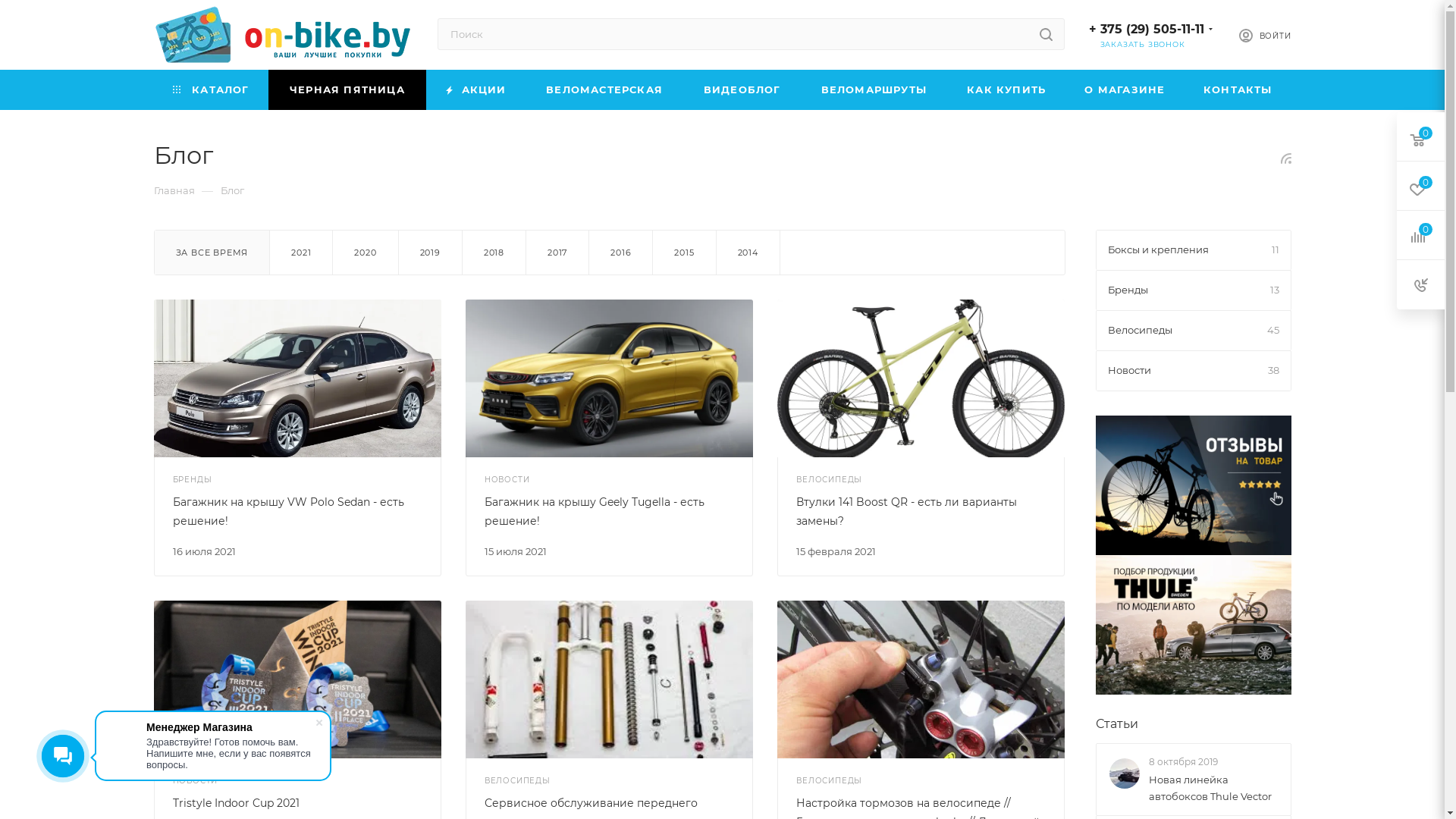  I want to click on '2014', so click(748, 251).